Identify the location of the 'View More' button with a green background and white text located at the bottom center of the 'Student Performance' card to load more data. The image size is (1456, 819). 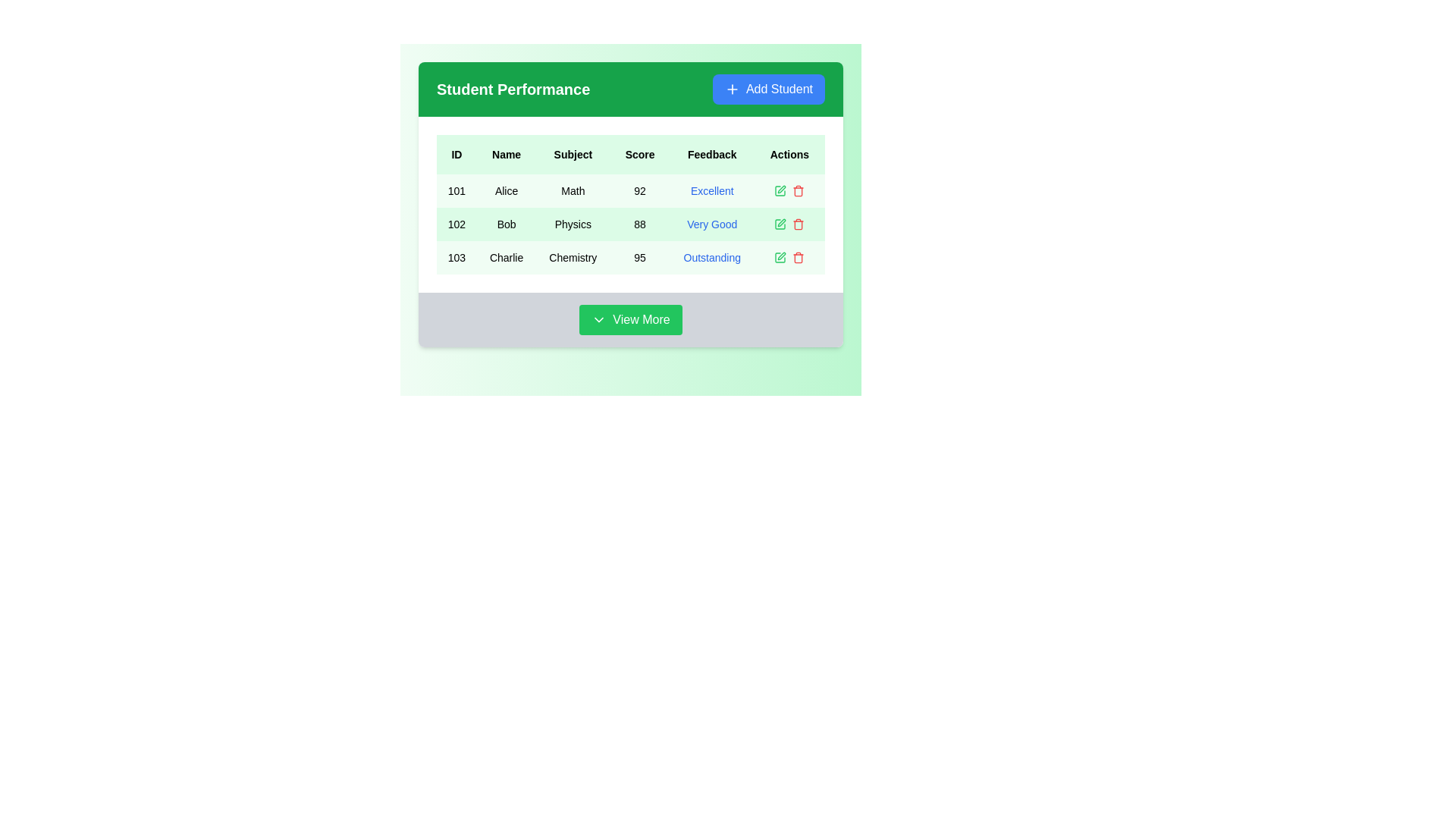
(630, 318).